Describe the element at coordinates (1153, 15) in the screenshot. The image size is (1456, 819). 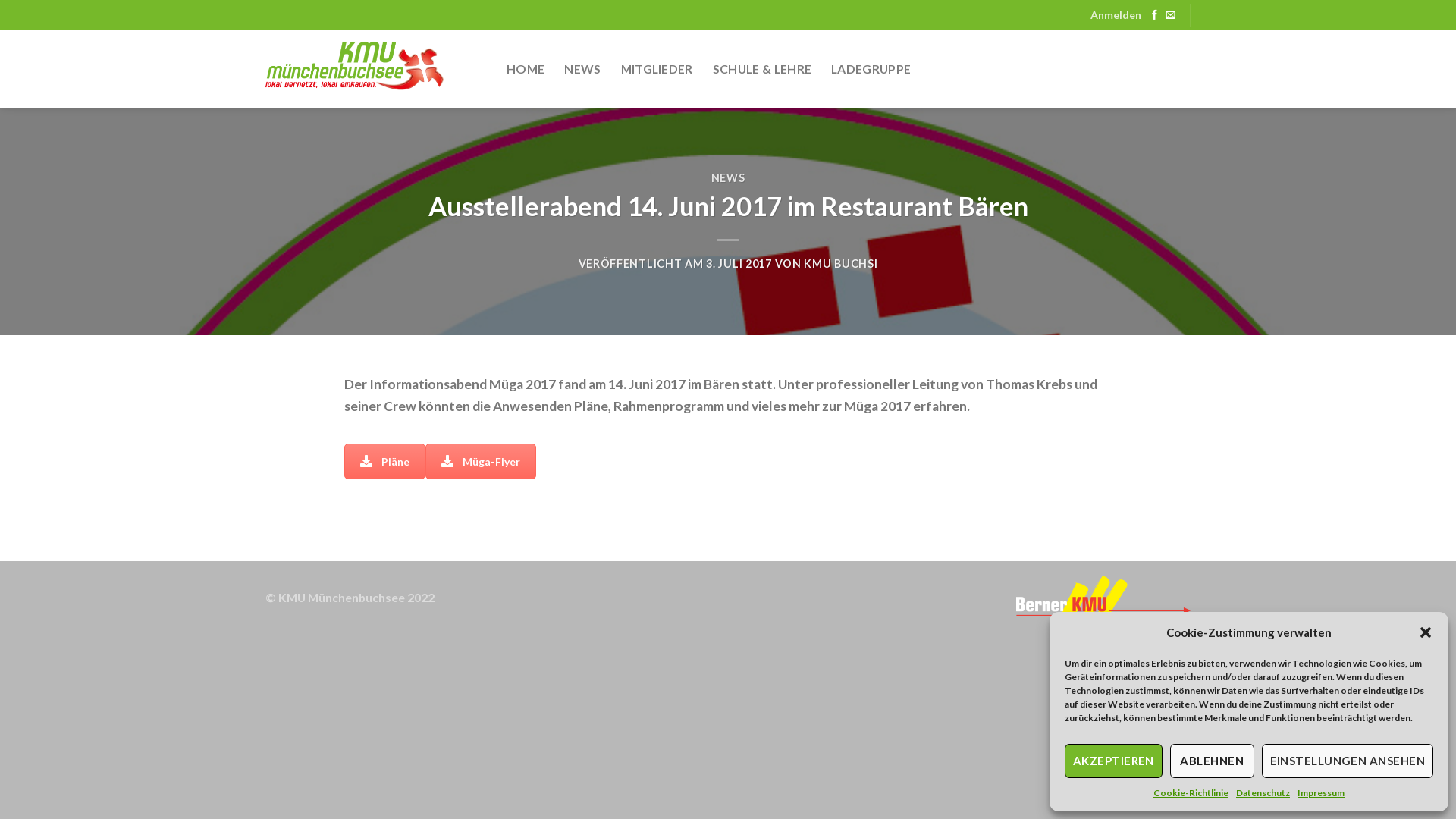
I see `'Auf Facebook folgen'` at that location.